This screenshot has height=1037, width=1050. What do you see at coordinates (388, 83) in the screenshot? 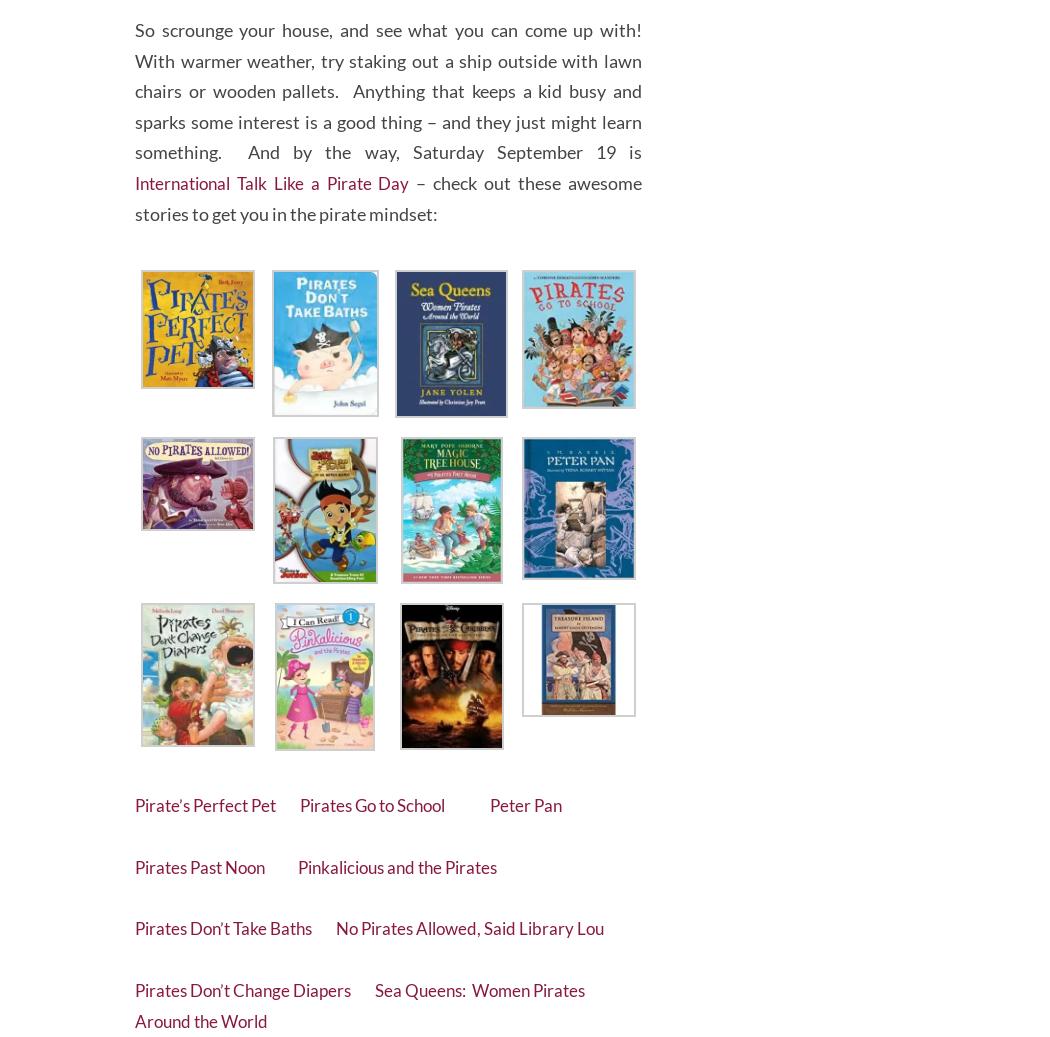
I see `'So scrounge your house, and see what you can come up with! With warmer weather, try staking out a ship outside with lawn chairs or wooden pallets.  Anything that keeps a kid busy and sparks some interest is a good thing – and they just might learn something.  And by the way, Saturday September 19 is'` at bounding box center [388, 83].